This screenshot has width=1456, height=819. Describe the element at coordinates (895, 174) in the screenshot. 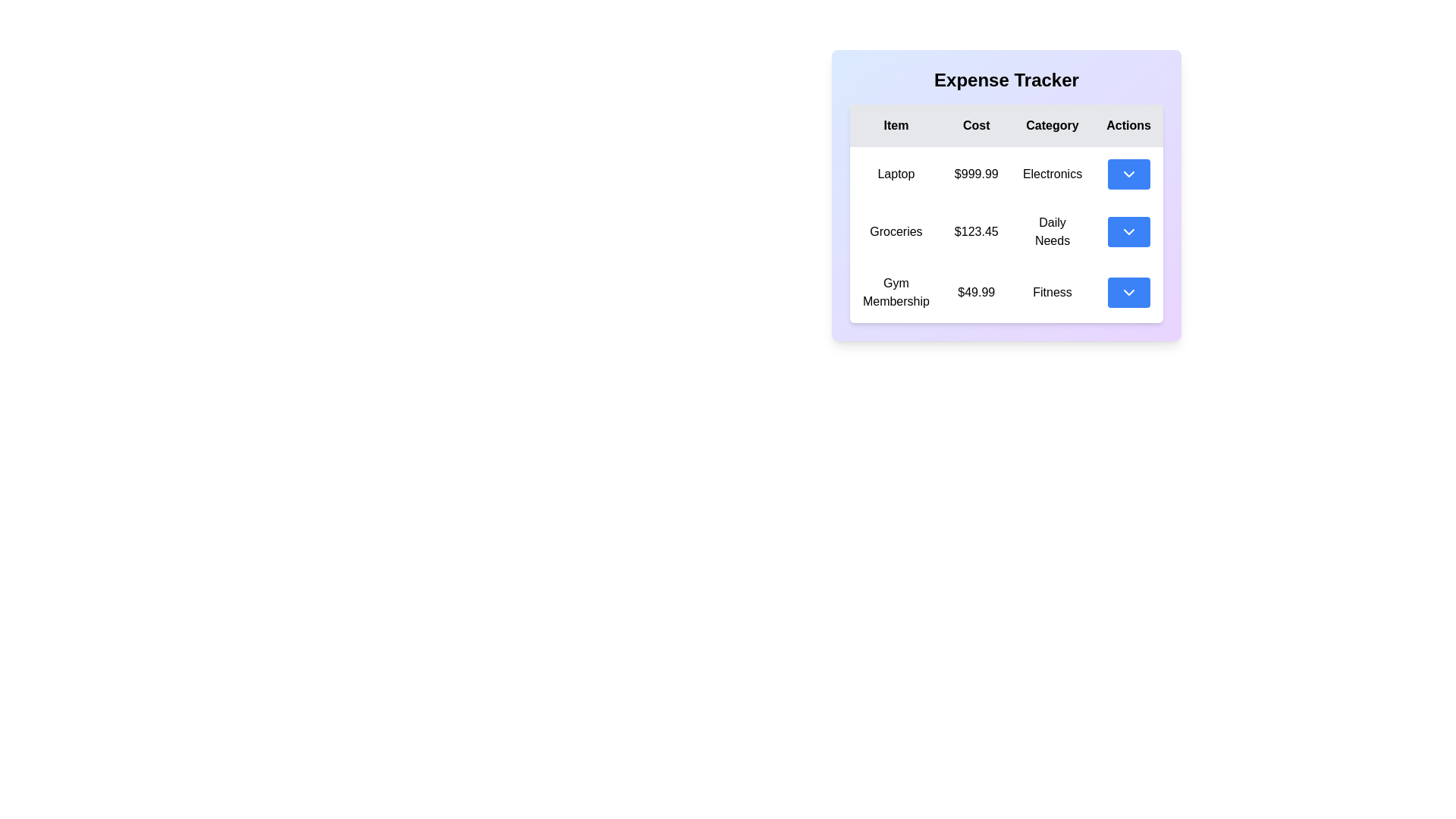

I see `the row containing the 'Laptop' text label for highlighting purposes` at that location.